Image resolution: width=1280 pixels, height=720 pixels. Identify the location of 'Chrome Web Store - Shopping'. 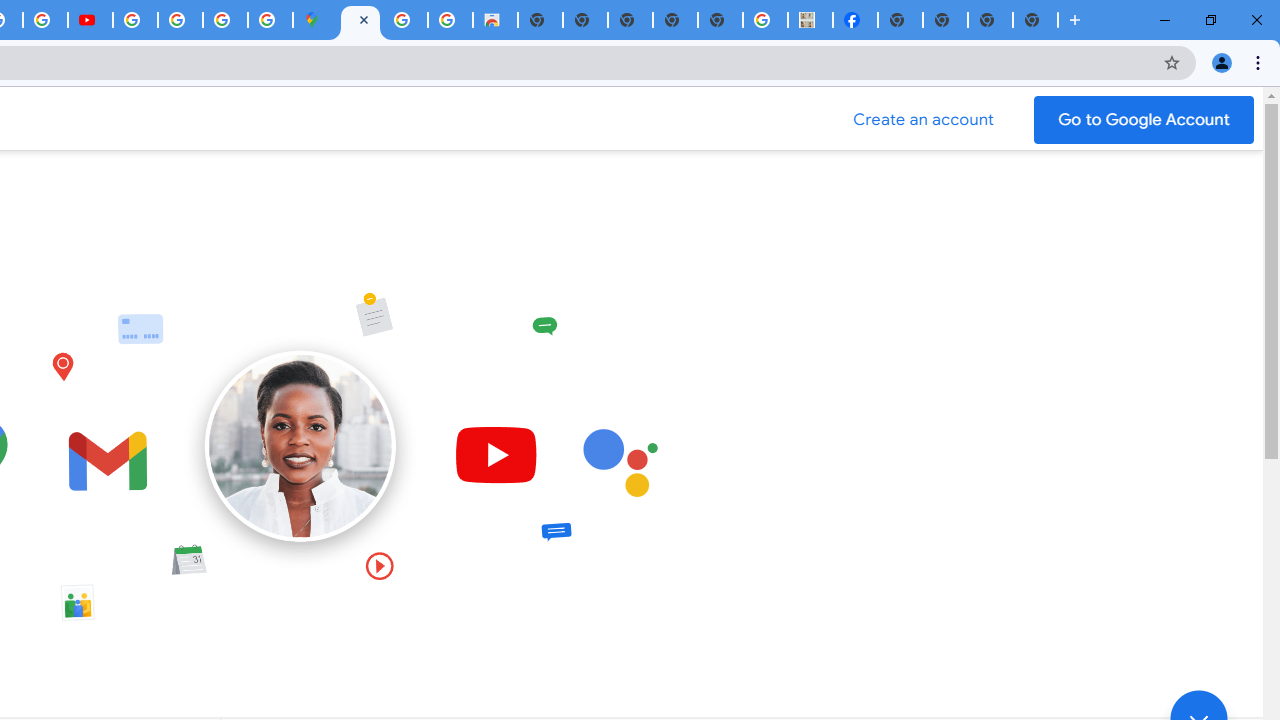
(495, 20).